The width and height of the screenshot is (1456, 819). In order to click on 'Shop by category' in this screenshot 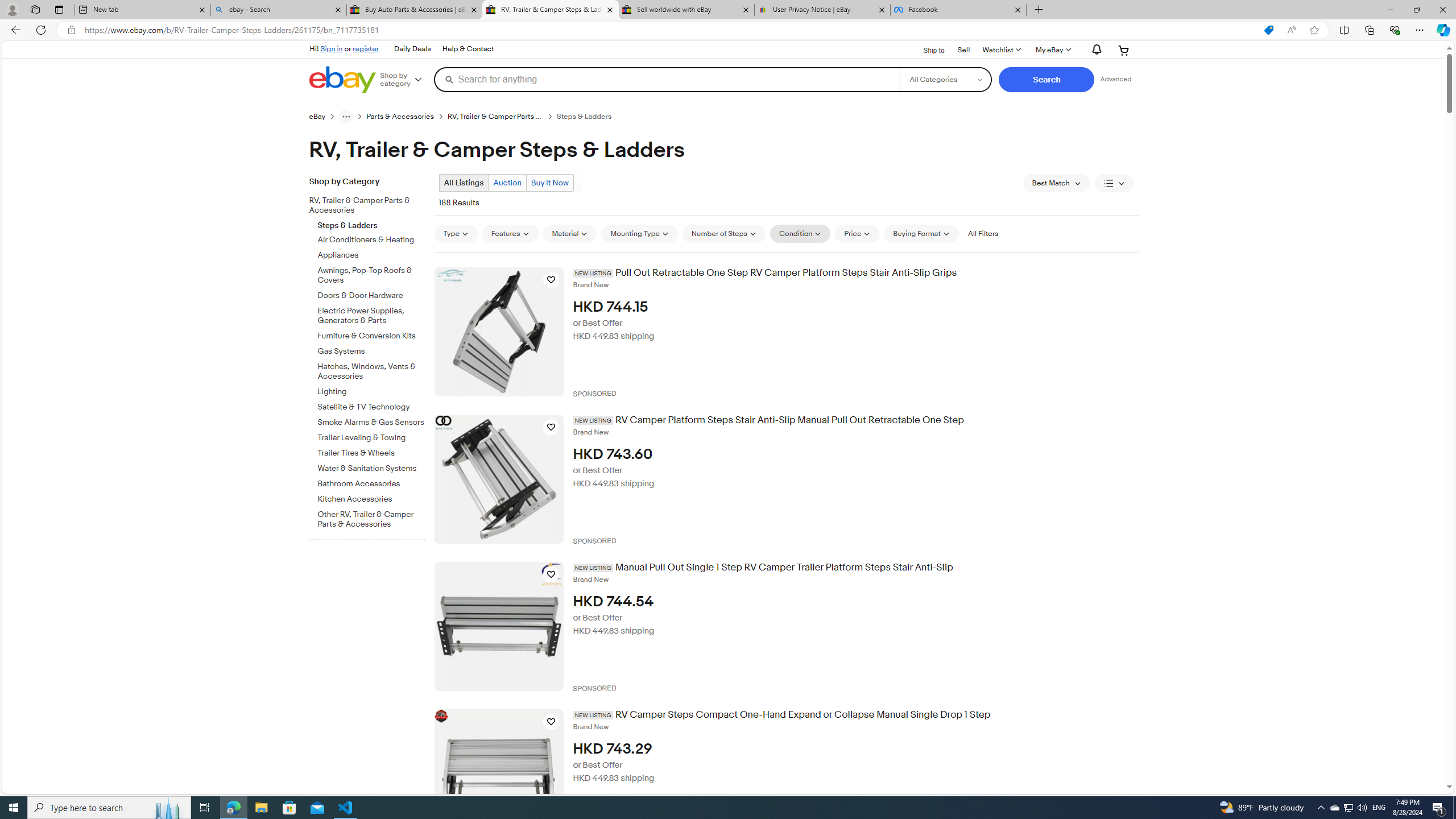, I will do `click(405, 78)`.